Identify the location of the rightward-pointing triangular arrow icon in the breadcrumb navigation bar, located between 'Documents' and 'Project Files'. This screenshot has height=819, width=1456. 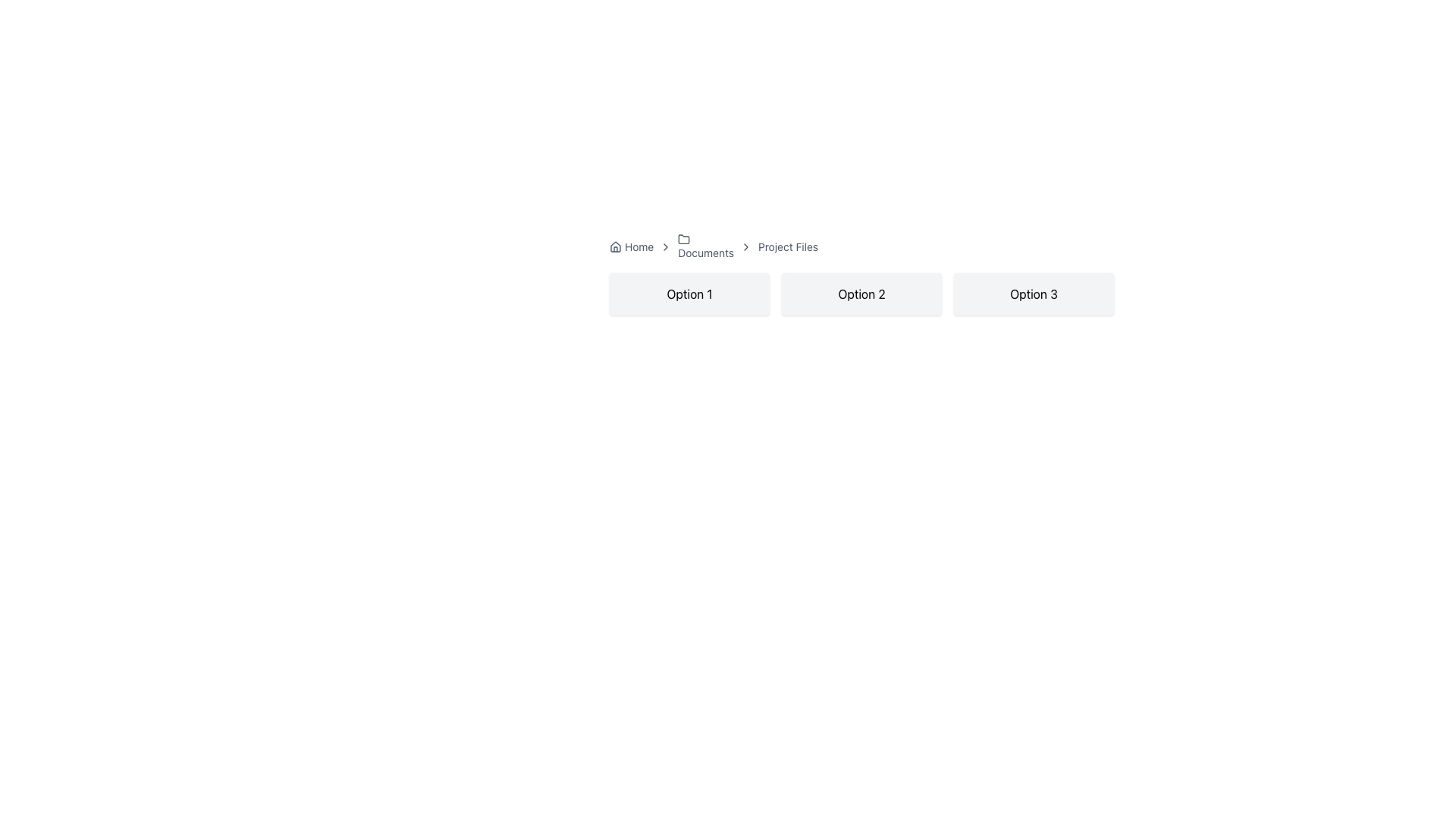
(745, 246).